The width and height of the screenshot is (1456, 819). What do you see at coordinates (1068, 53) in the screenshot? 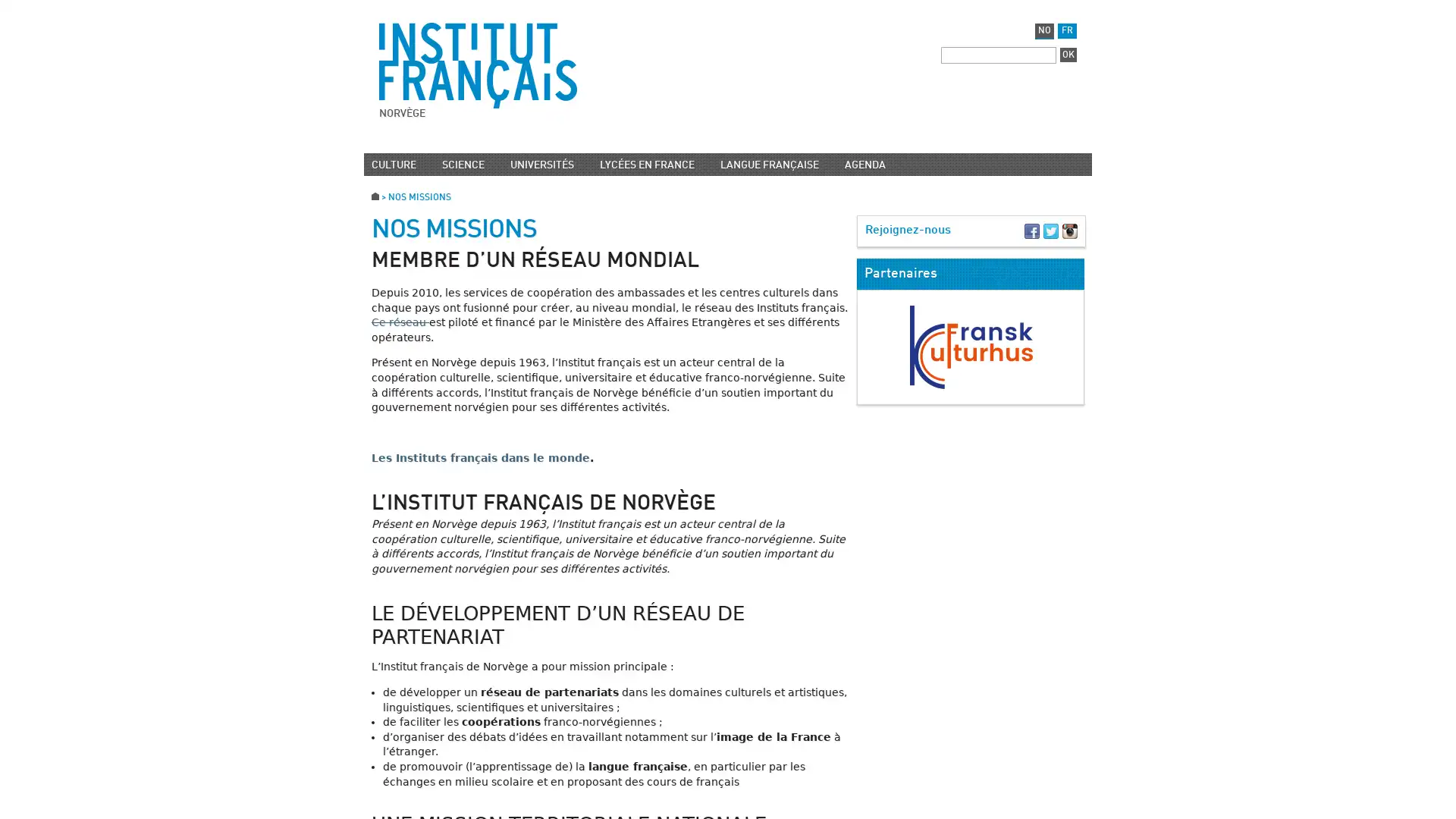
I see `OK` at bounding box center [1068, 53].